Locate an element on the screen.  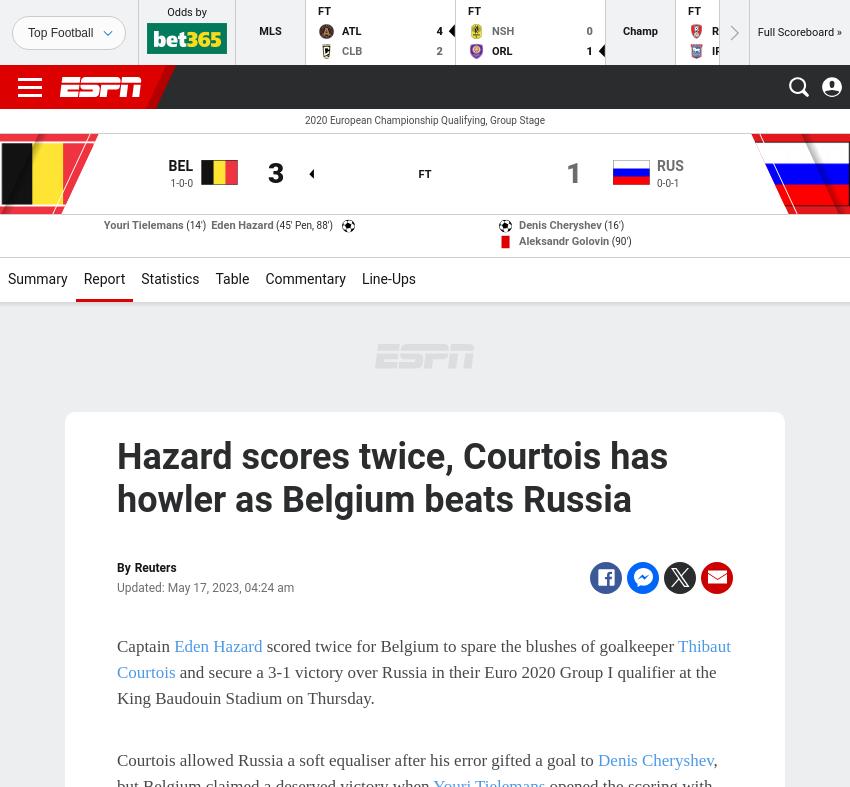
'scored twice for Belgium to spare the blushes of goalkeeper' is located at coordinates (469, 644).